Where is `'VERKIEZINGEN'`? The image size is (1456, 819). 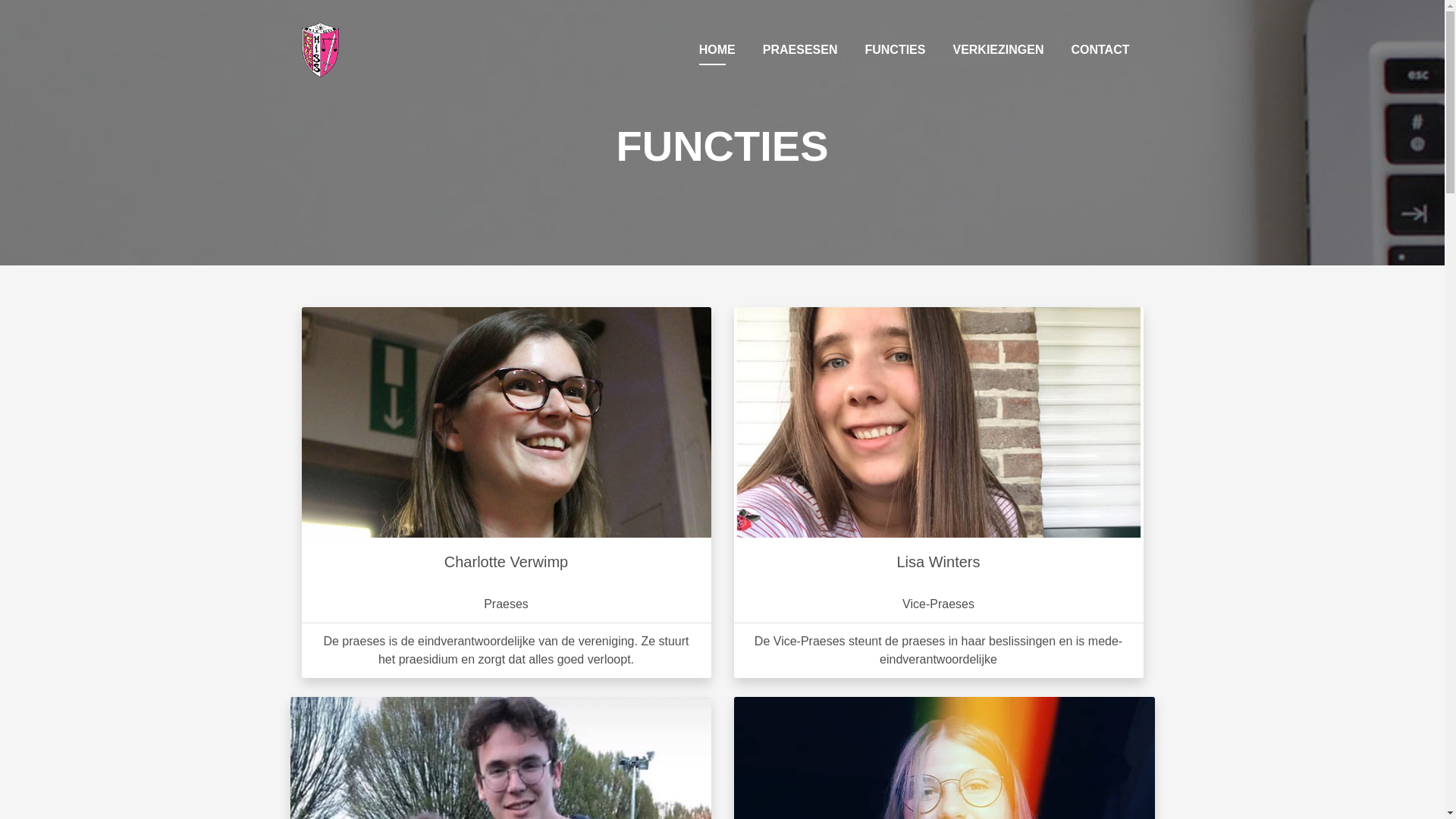
'VERKIEZINGEN' is located at coordinates (997, 49).